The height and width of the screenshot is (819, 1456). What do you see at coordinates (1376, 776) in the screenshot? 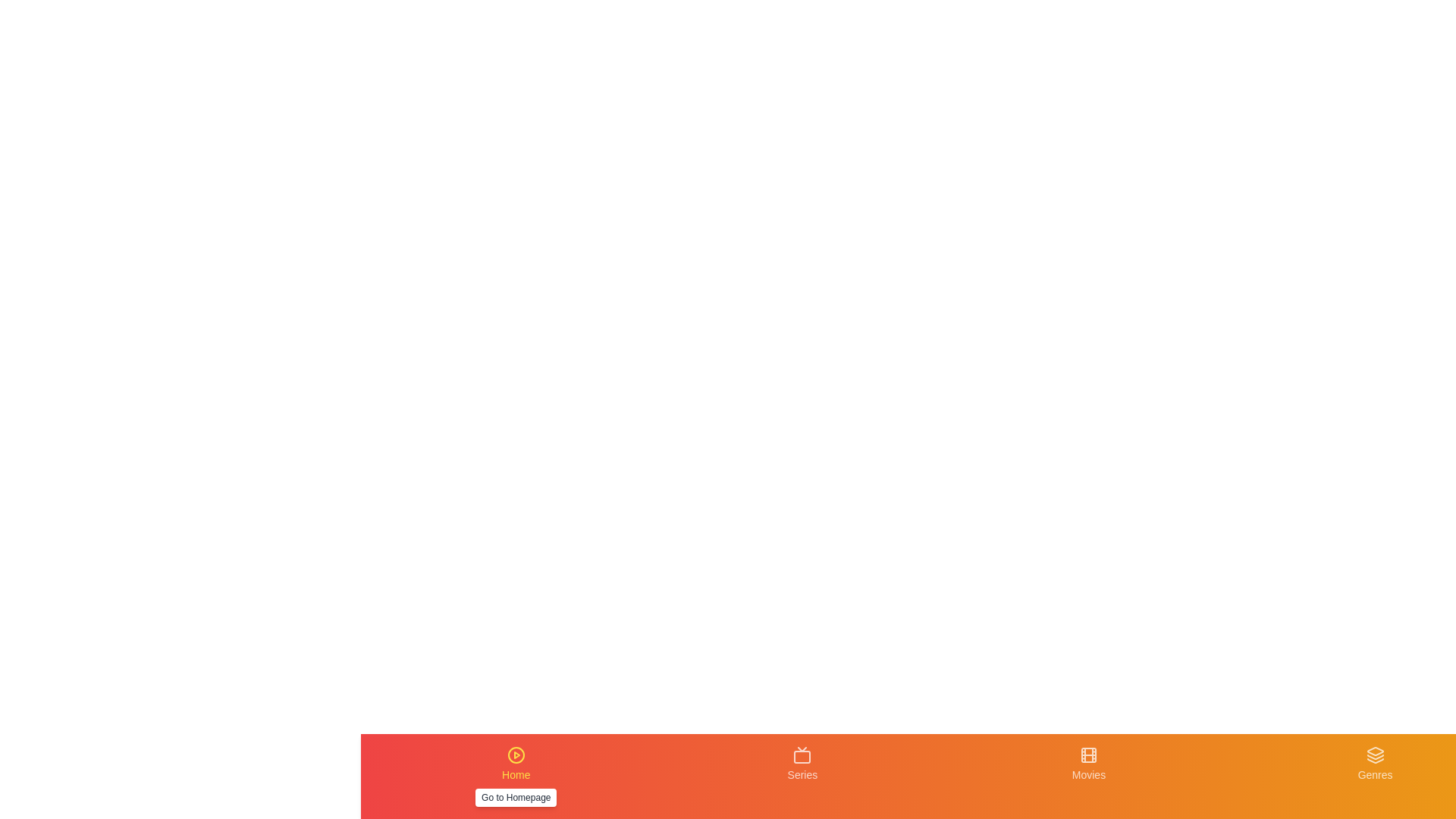
I see `the Genres tab to navigate` at bounding box center [1376, 776].